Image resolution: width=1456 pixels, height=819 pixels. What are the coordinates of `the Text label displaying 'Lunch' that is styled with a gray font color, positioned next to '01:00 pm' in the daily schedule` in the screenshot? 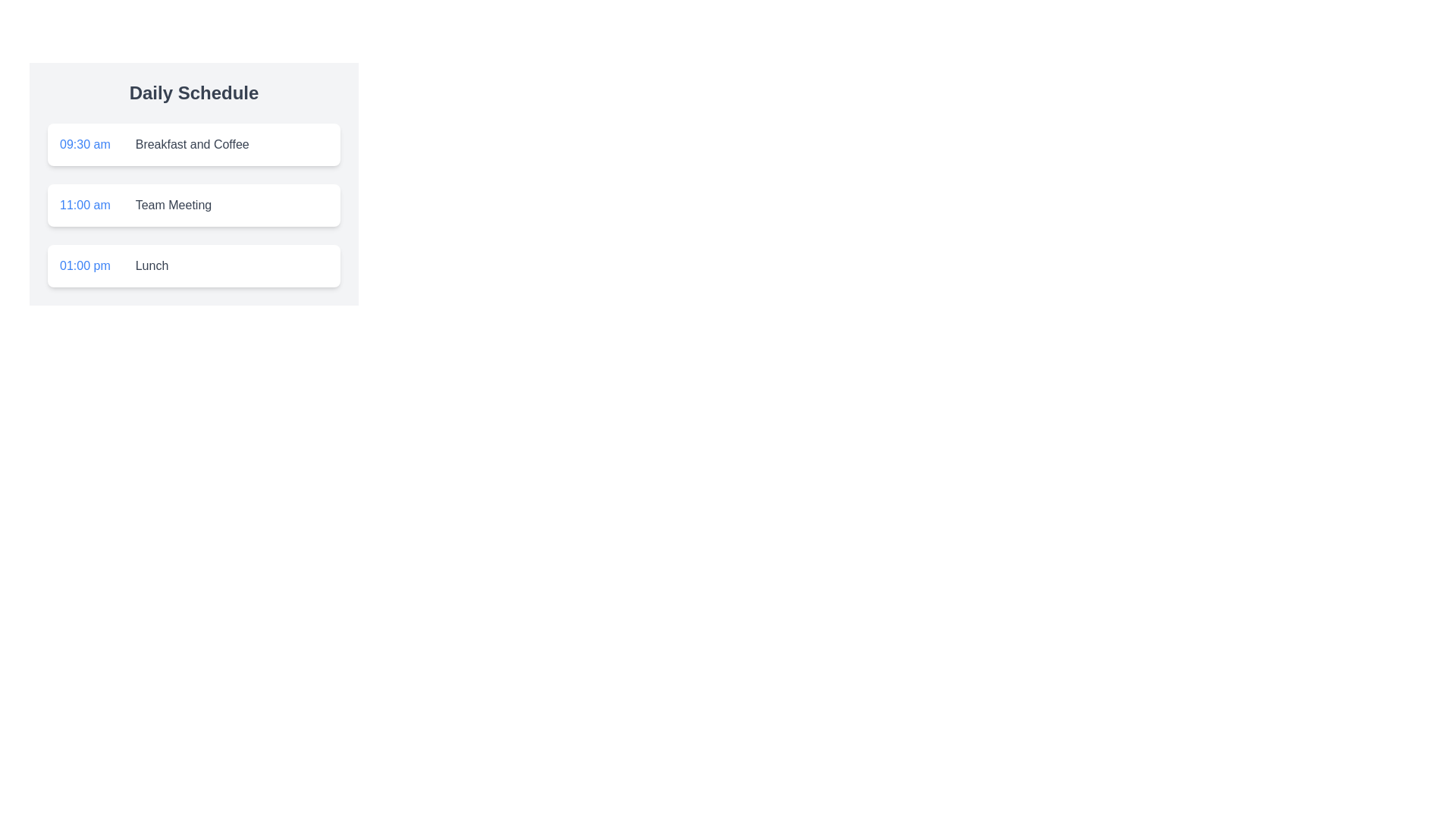 It's located at (146, 265).